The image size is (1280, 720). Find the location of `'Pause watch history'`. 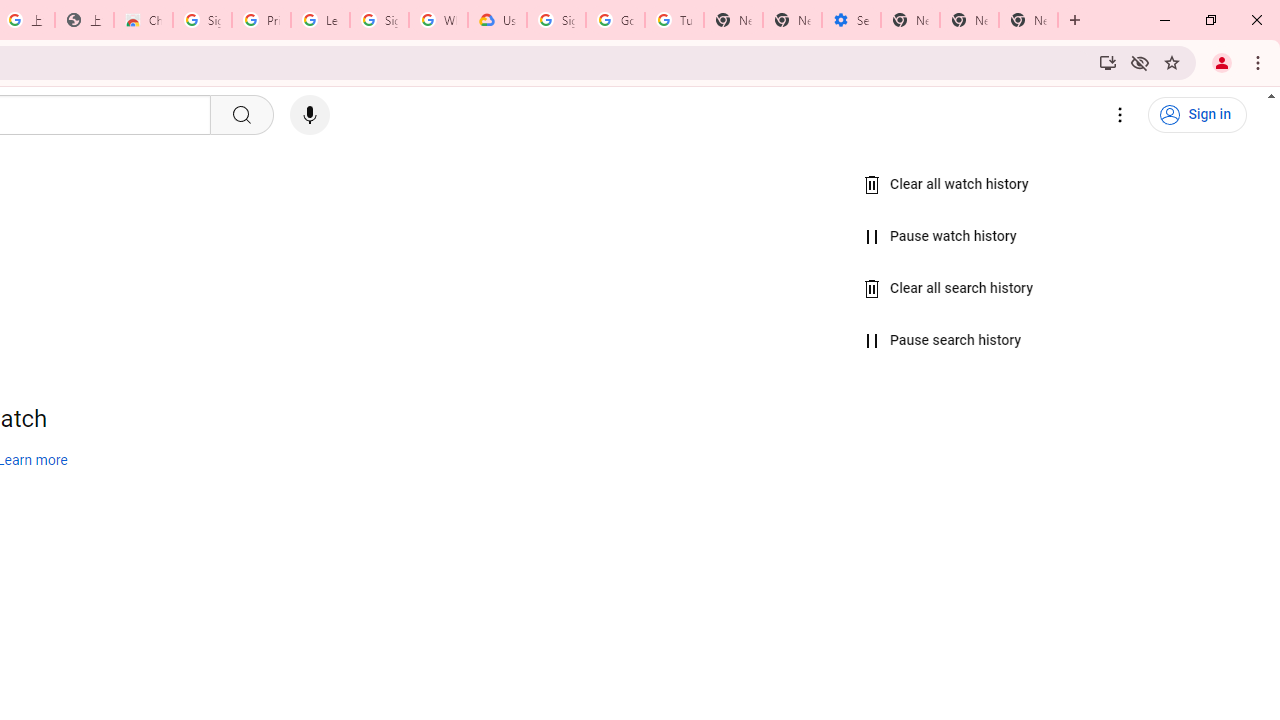

'Pause watch history' is located at coordinates (940, 235).